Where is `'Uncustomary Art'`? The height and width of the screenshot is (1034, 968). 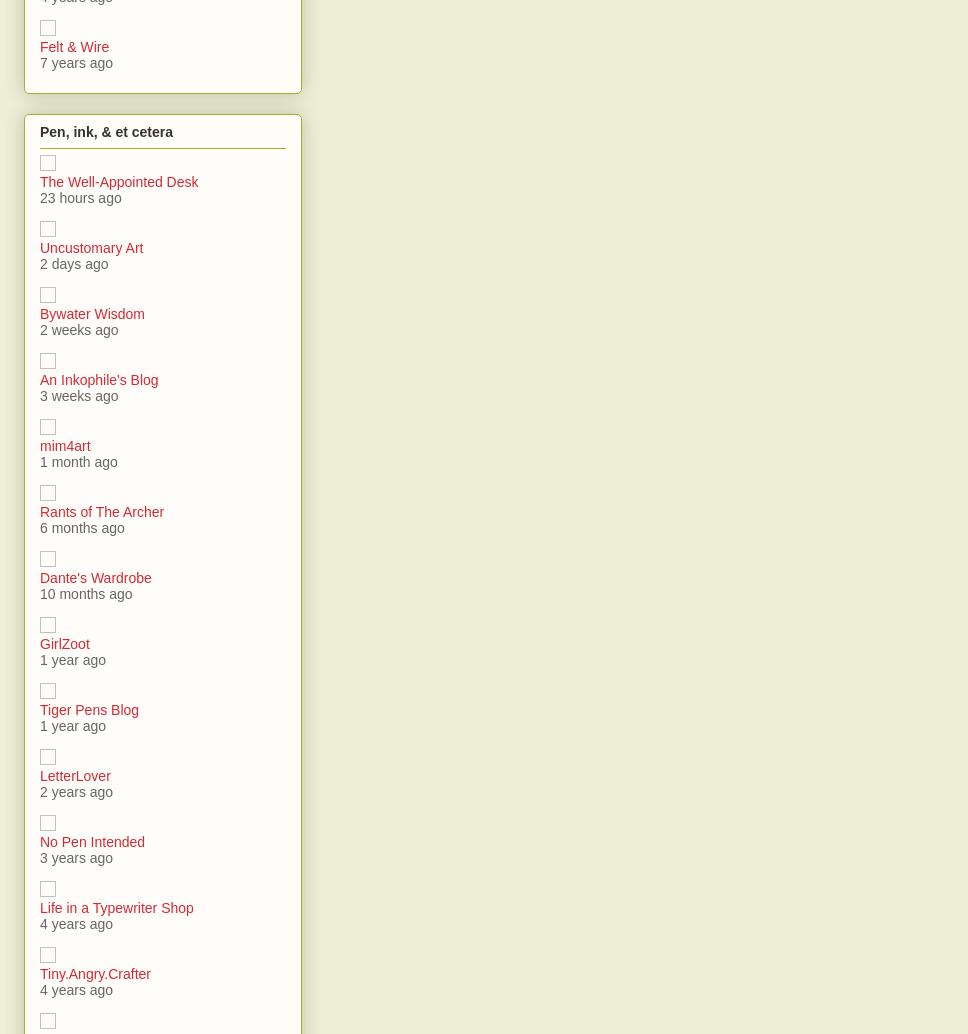 'Uncustomary Art' is located at coordinates (91, 247).